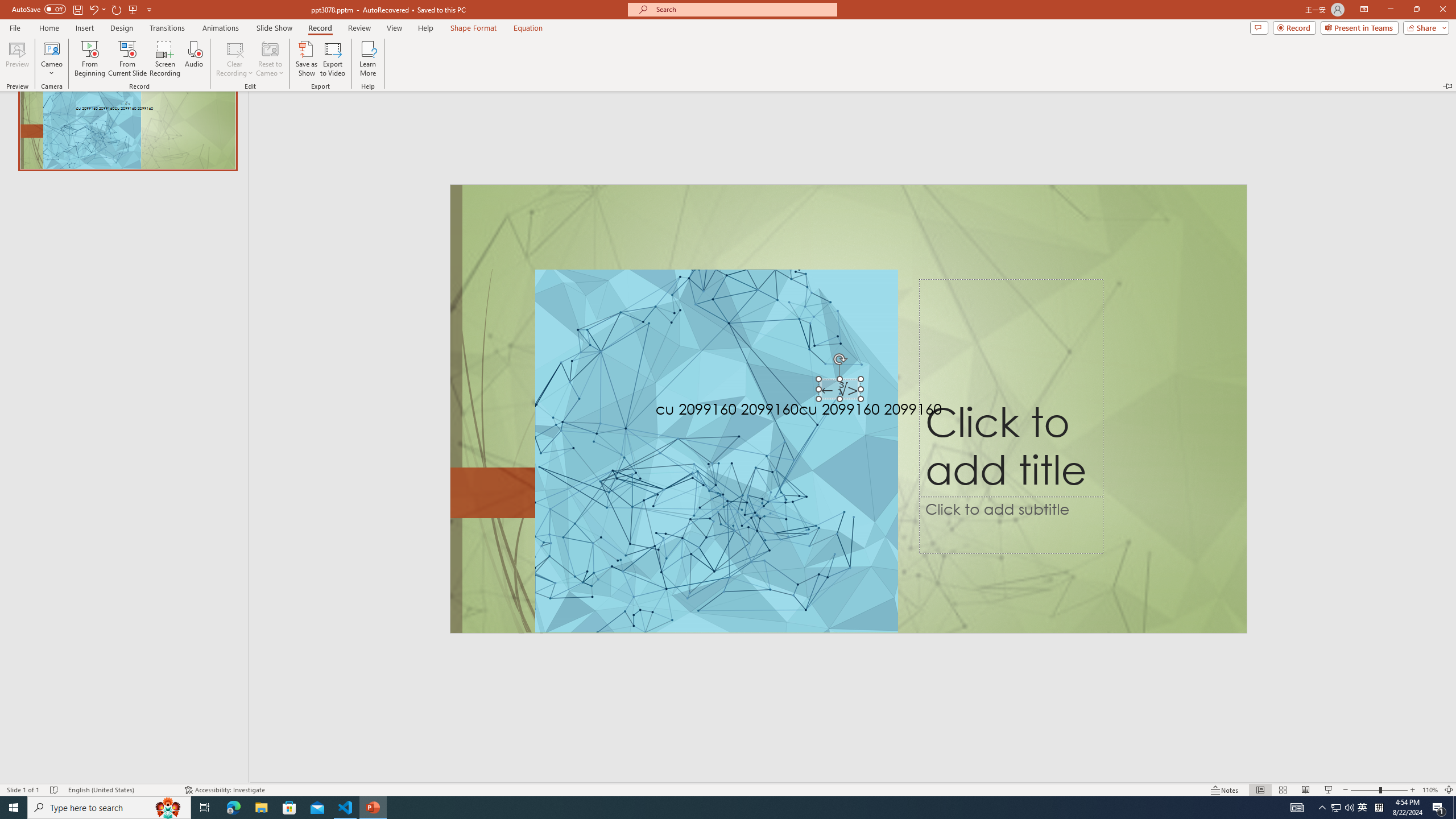  What do you see at coordinates (373, 806) in the screenshot?
I see `'PowerPoint - 1 running window'` at bounding box center [373, 806].